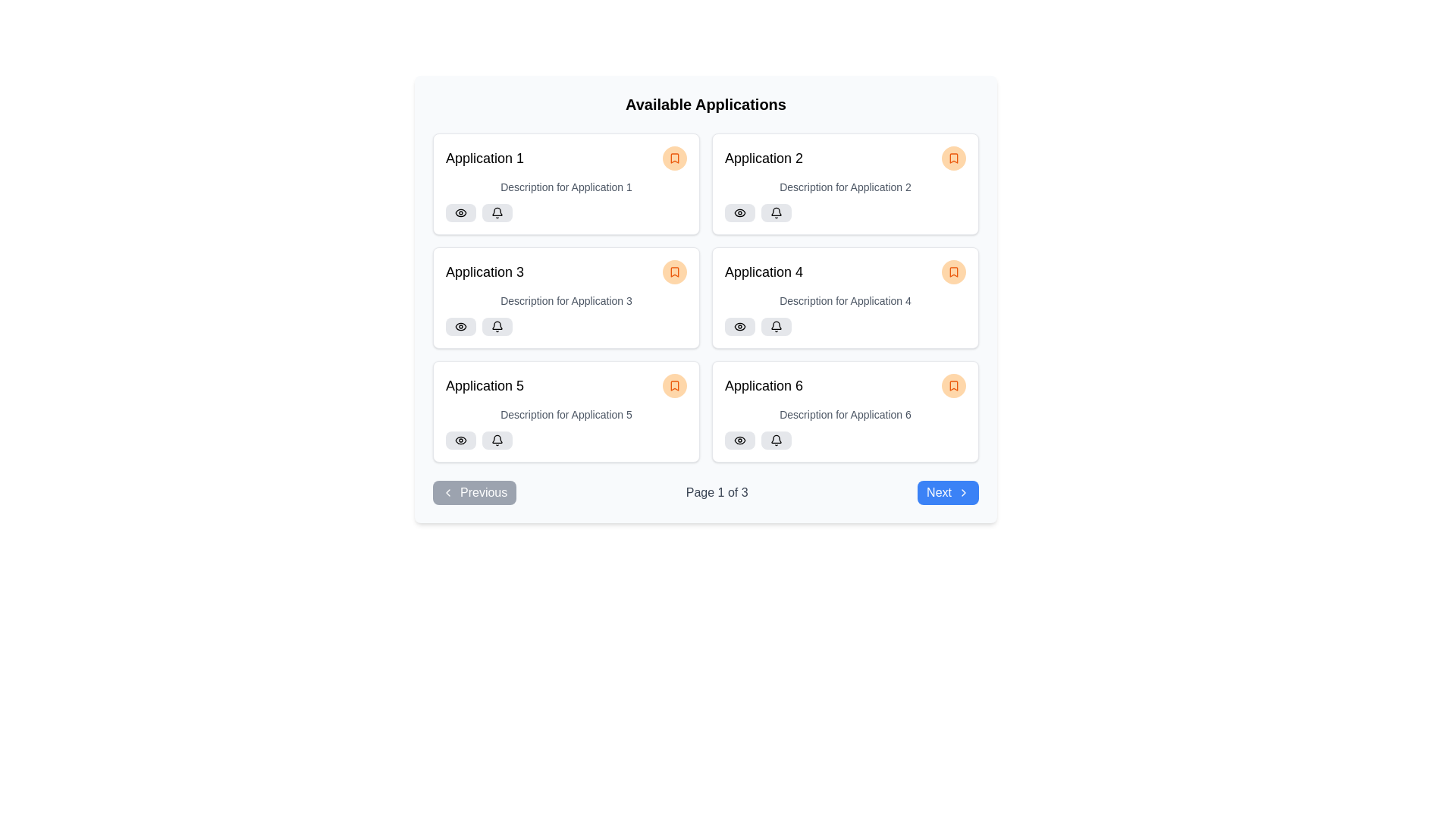  Describe the element at coordinates (460, 213) in the screenshot. I see `the view button located under the 'Application 1' card in the first row of the list of applications to observe a background color change` at that location.